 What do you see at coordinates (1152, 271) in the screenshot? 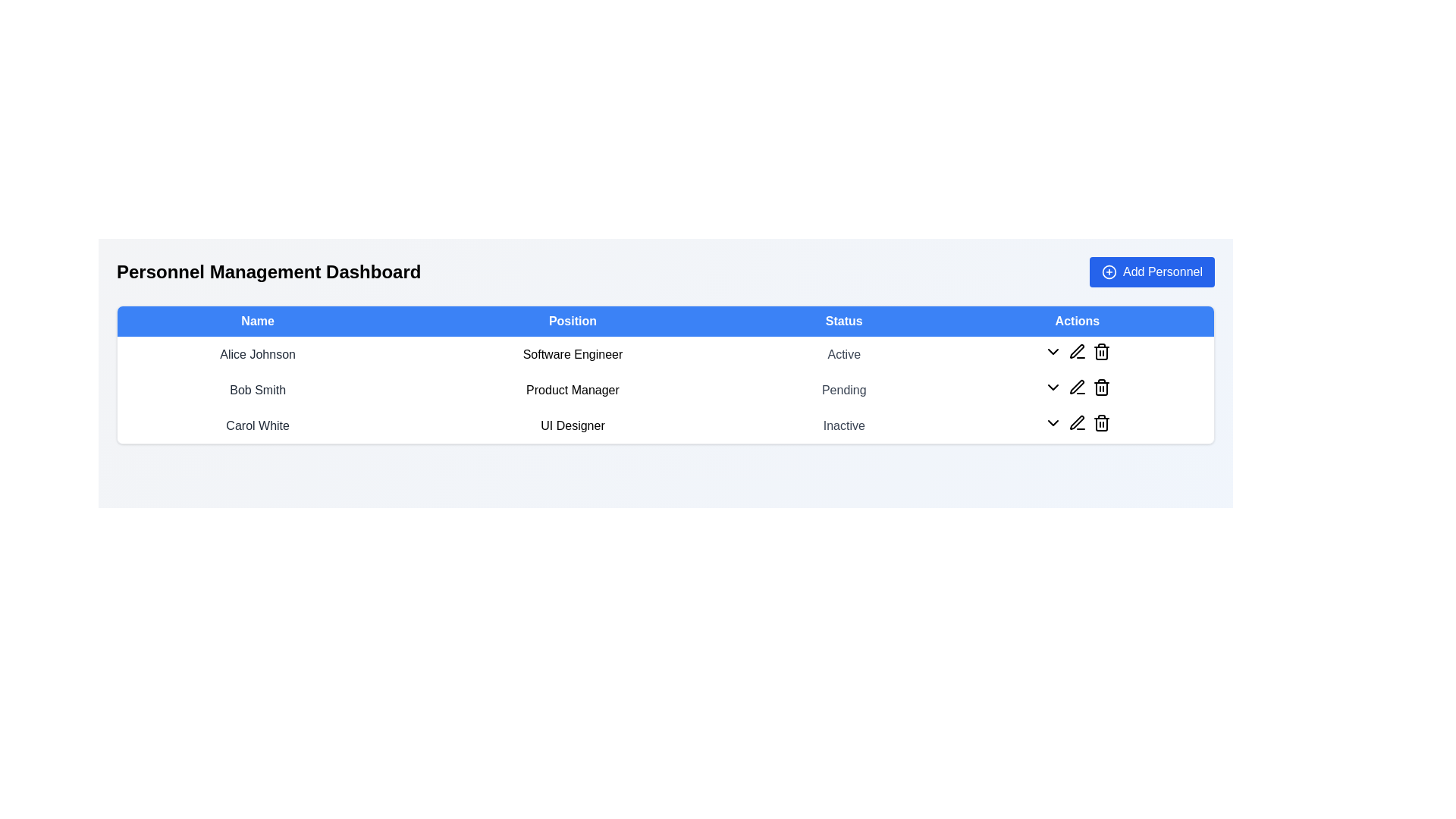
I see `the 'Add Personnel' button located in the top-right corner of the 'Personnel Management Dashboard'` at bounding box center [1152, 271].